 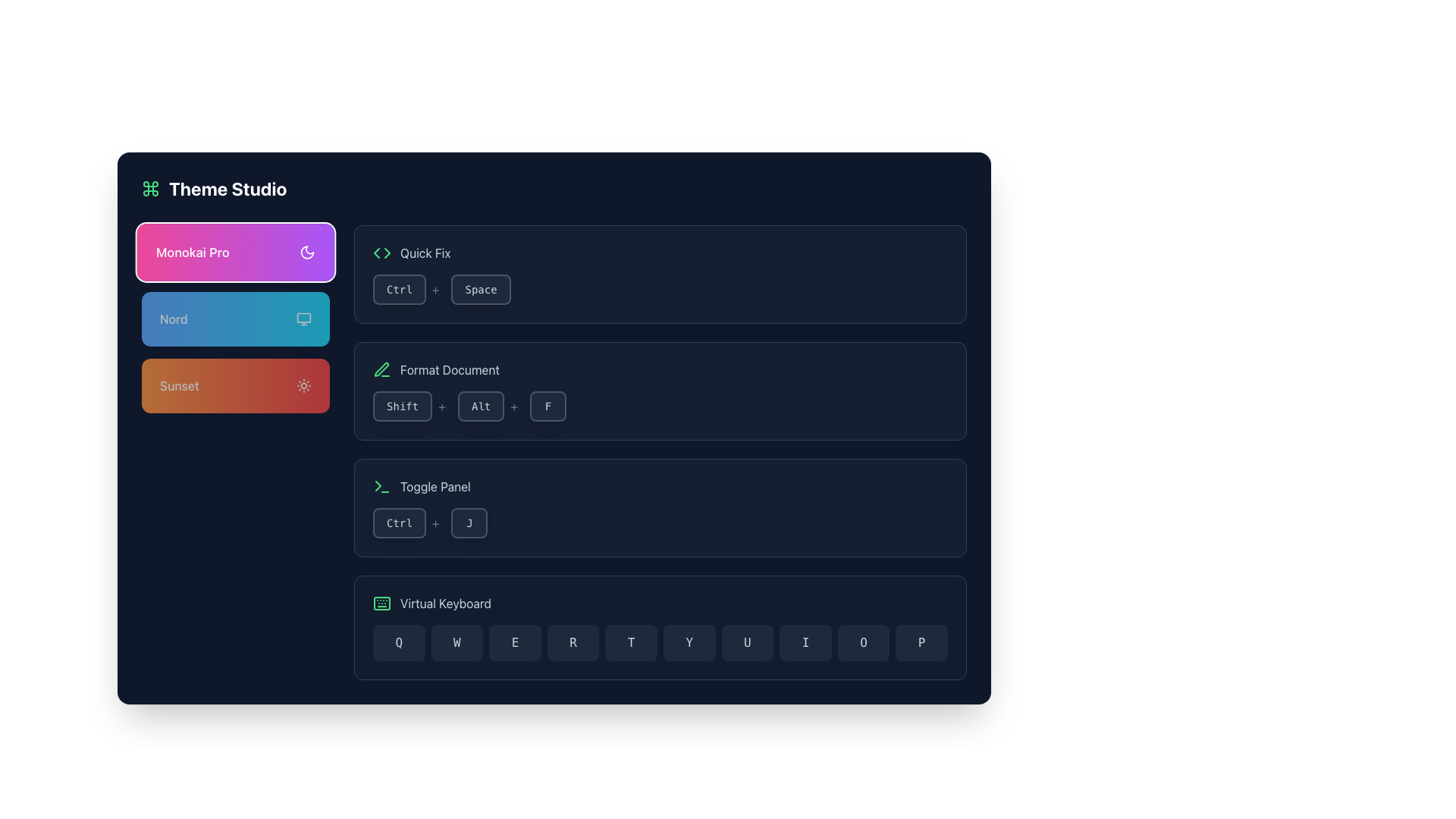 What do you see at coordinates (303, 318) in the screenshot?
I see `the 'Nord' theme icon, which represents a monitor` at bounding box center [303, 318].